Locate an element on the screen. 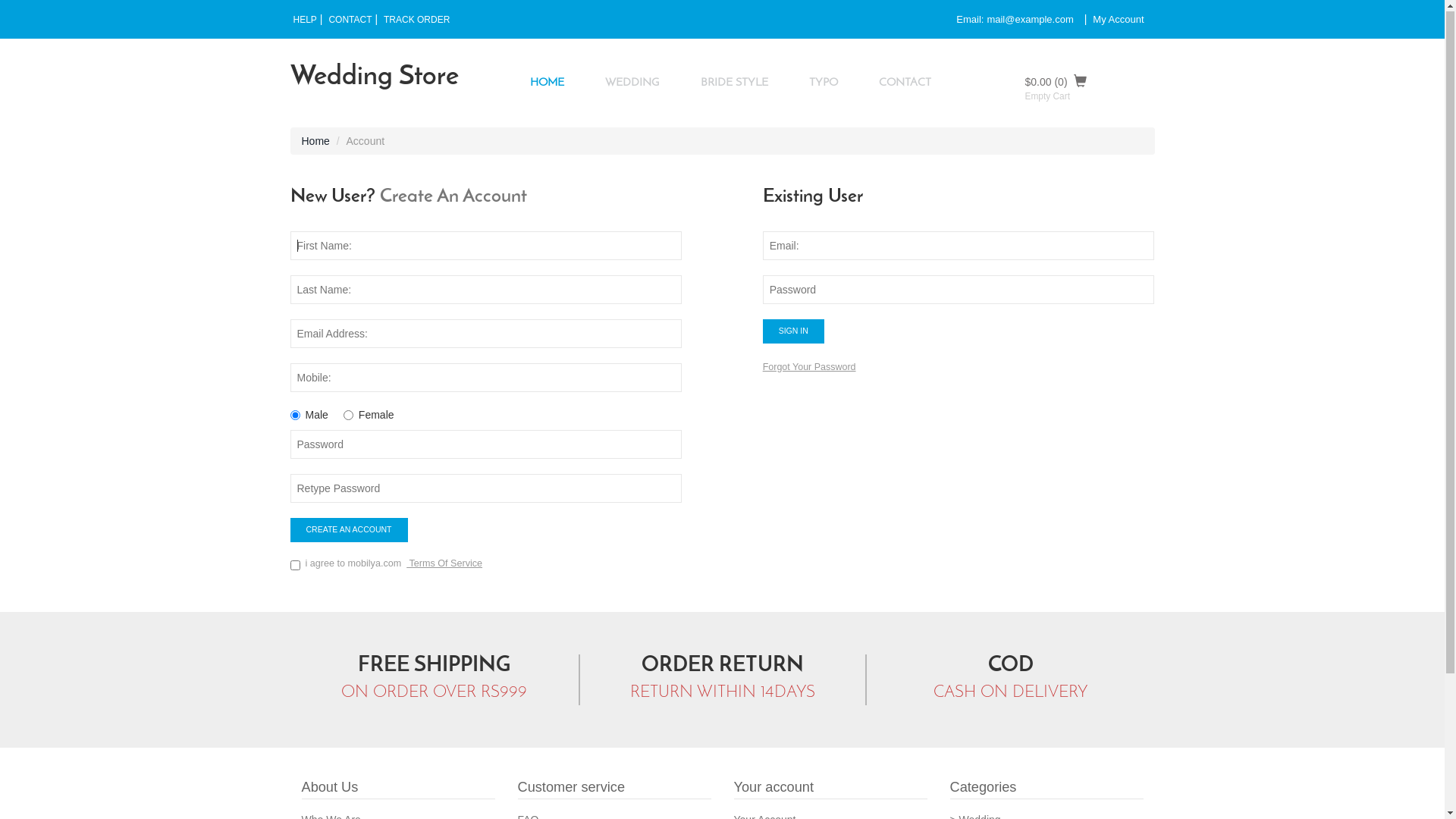  'BRIDE STYLE' is located at coordinates (680, 83).